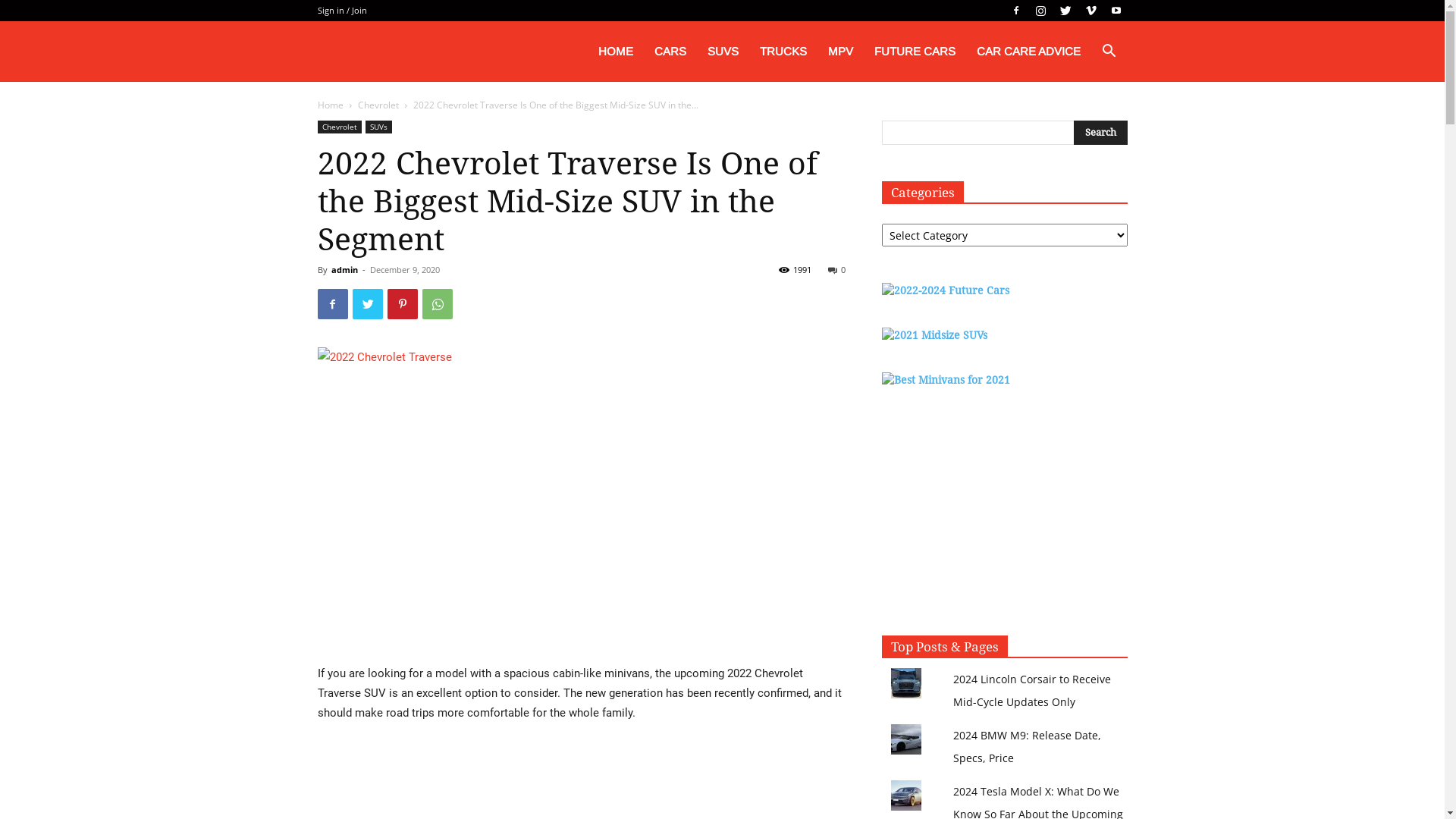  Describe the element at coordinates (827, 268) in the screenshot. I see `'0'` at that location.